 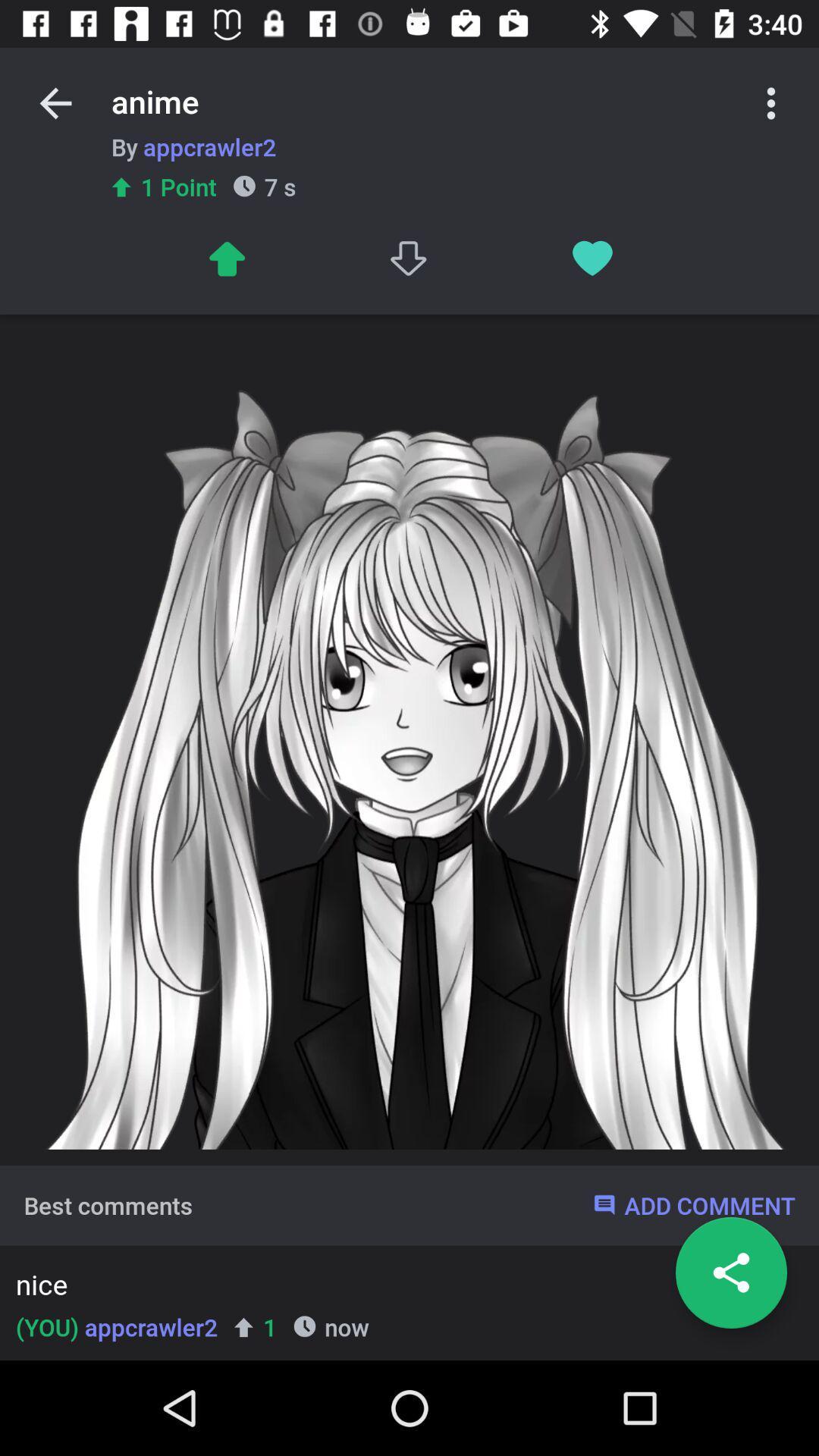 What do you see at coordinates (693, 1204) in the screenshot?
I see `the icon next to the best comments` at bounding box center [693, 1204].